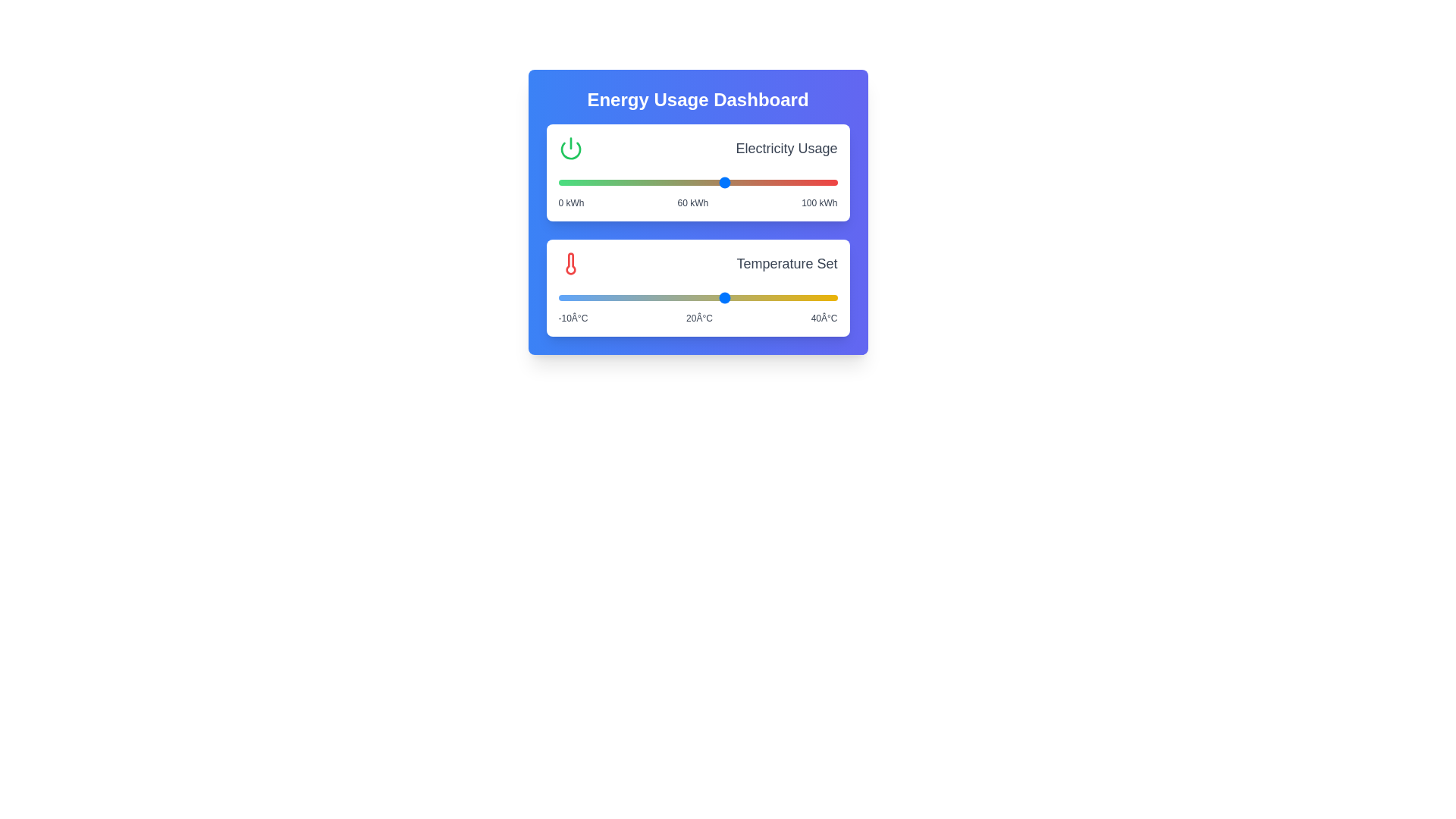 This screenshot has height=819, width=1456. What do you see at coordinates (781, 298) in the screenshot?
I see `the temperature slider to 30°C` at bounding box center [781, 298].